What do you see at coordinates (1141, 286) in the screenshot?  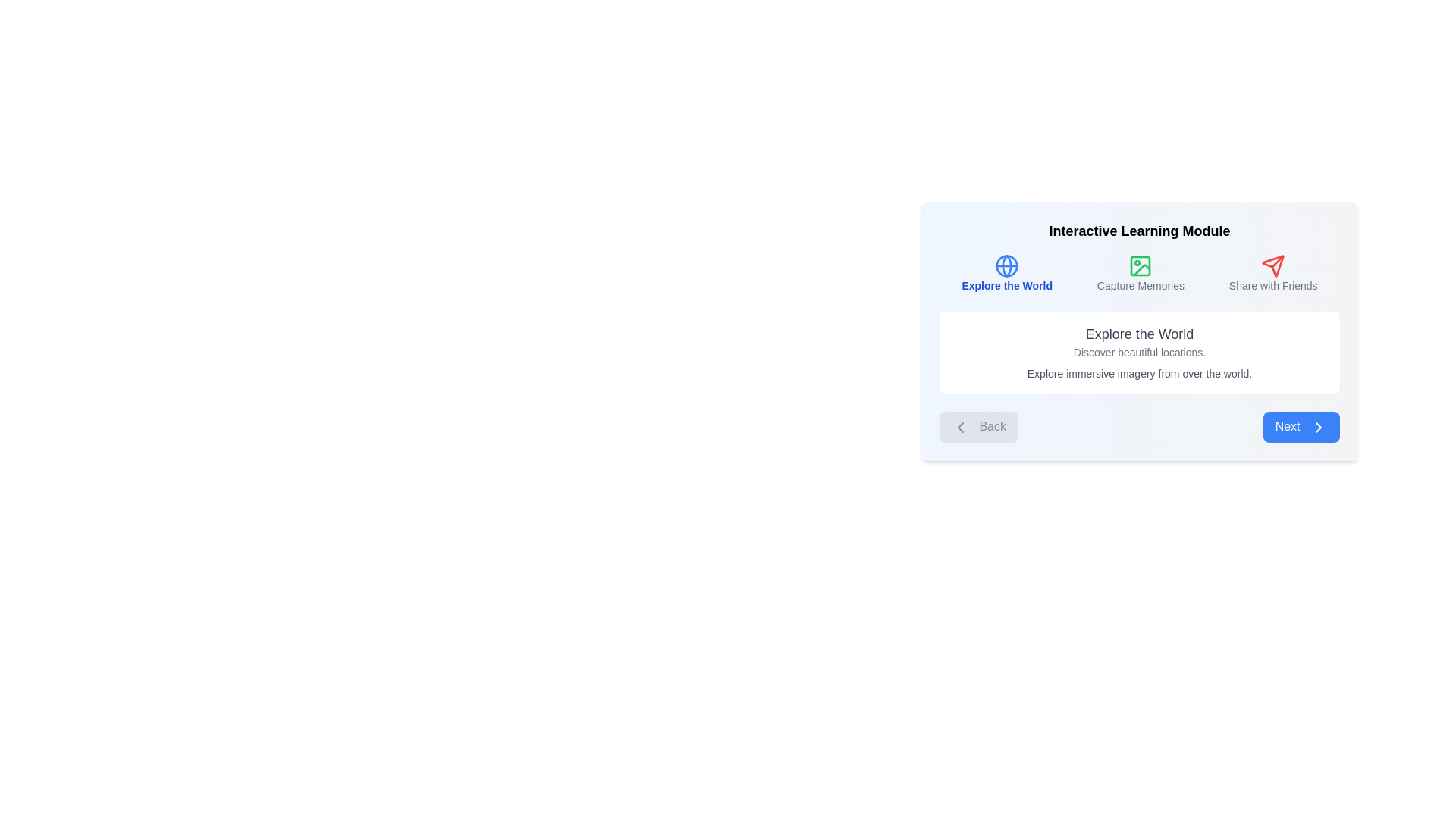 I see `the text label that reads 'Capture Memories', which is a smaller gray font positioned below an image-like icon in a vertically aligned group` at bounding box center [1141, 286].